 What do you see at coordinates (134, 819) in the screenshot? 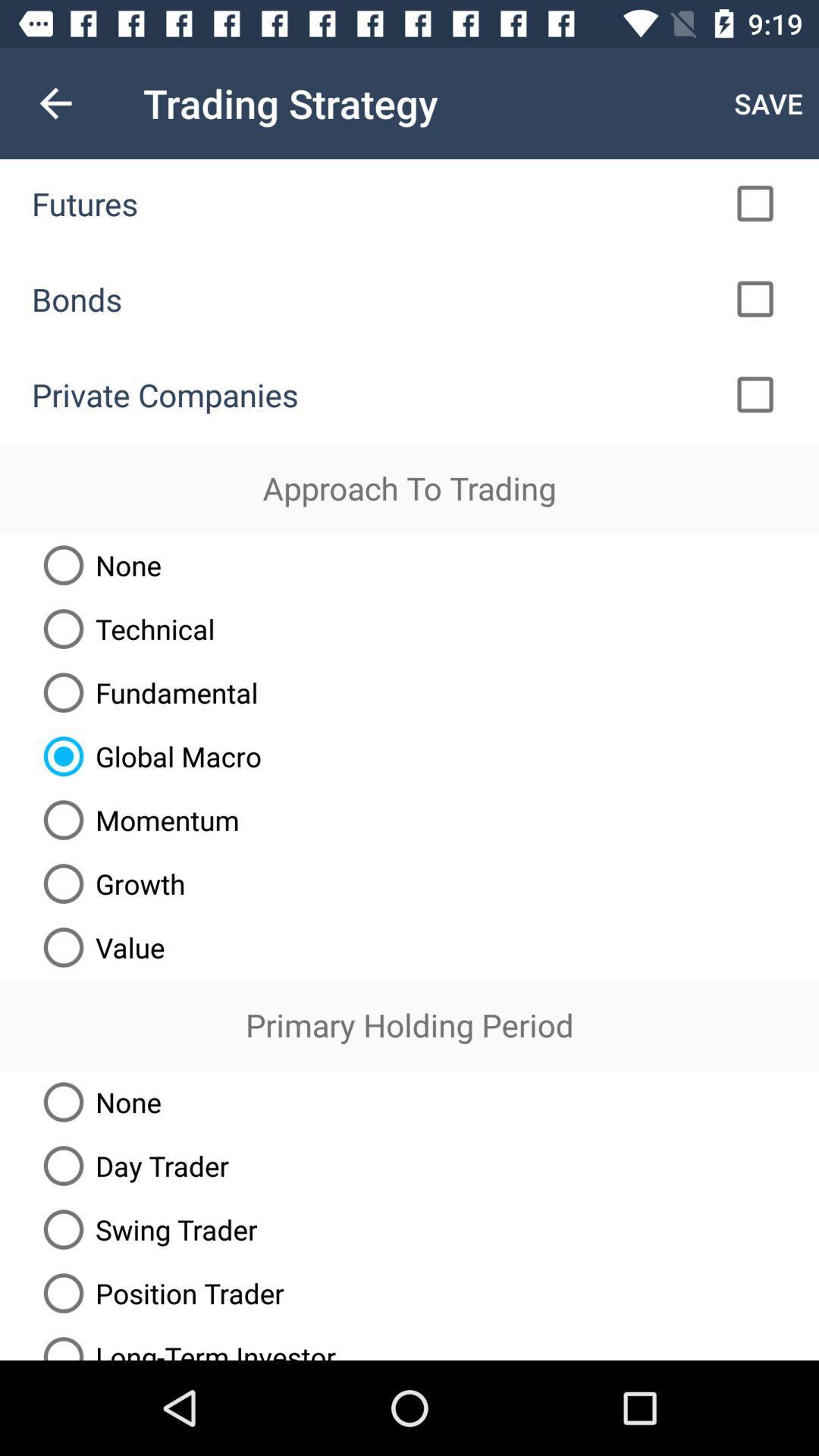
I see `the momentum icon` at bounding box center [134, 819].